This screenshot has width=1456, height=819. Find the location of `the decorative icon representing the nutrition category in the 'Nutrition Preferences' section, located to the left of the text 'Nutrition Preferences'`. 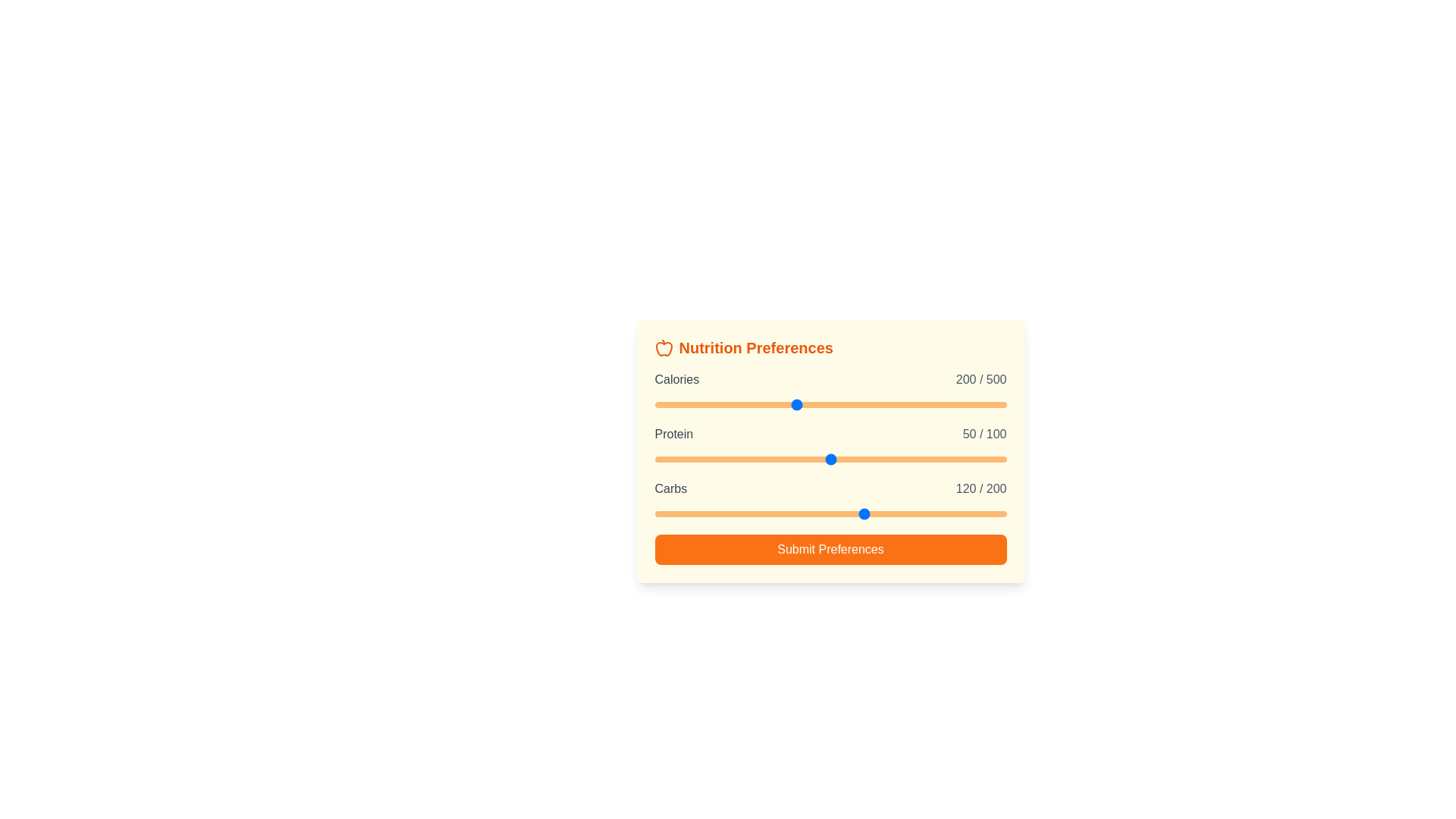

the decorative icon representing the nutrition category in the 'Nutrition Preferences' section, located to the left of the text 'Nutrition Preferences' is located at coordinates (664, 348).